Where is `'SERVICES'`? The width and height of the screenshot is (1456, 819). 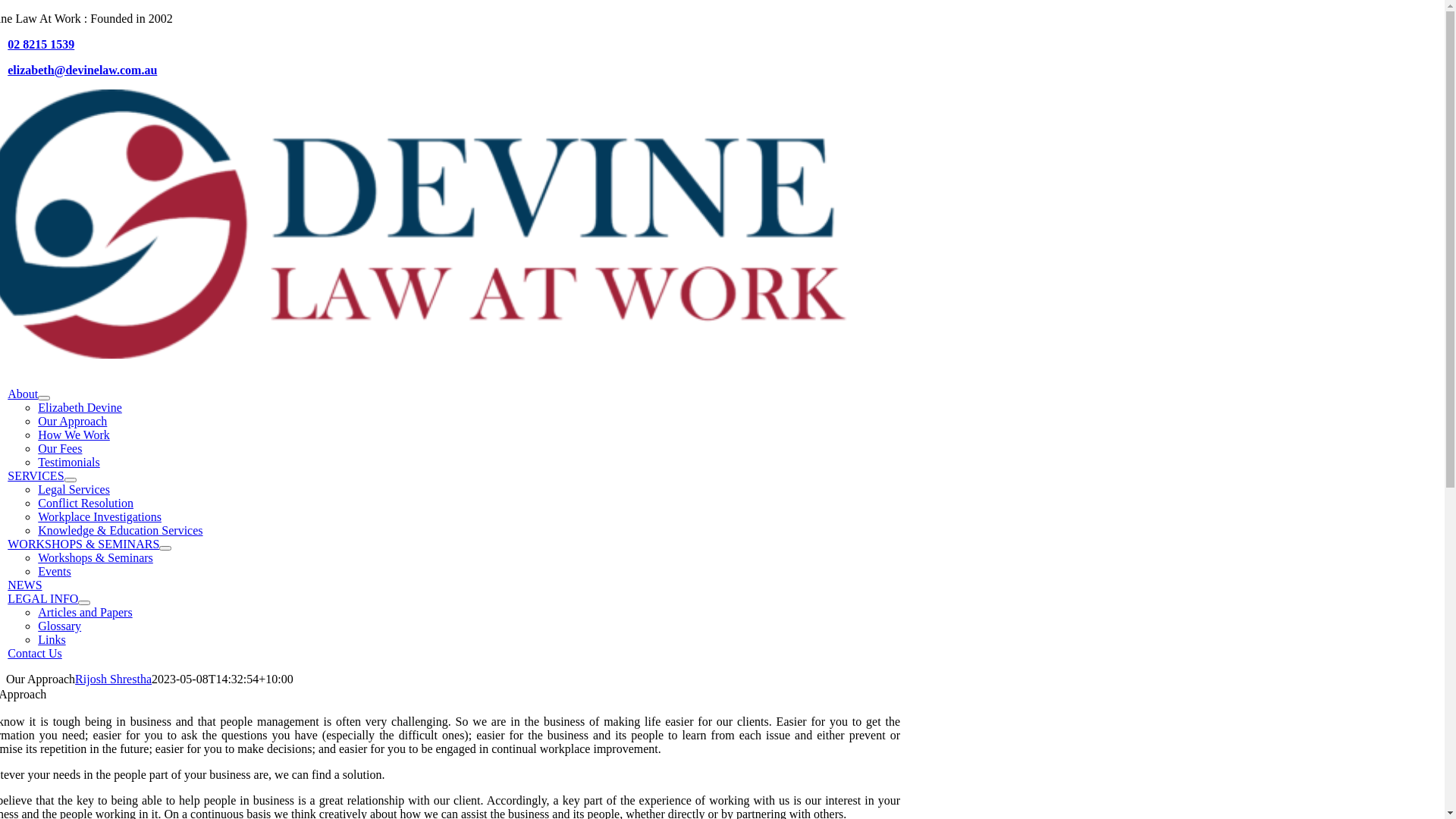 'SERVICES' is located at coordinates (36, 475).